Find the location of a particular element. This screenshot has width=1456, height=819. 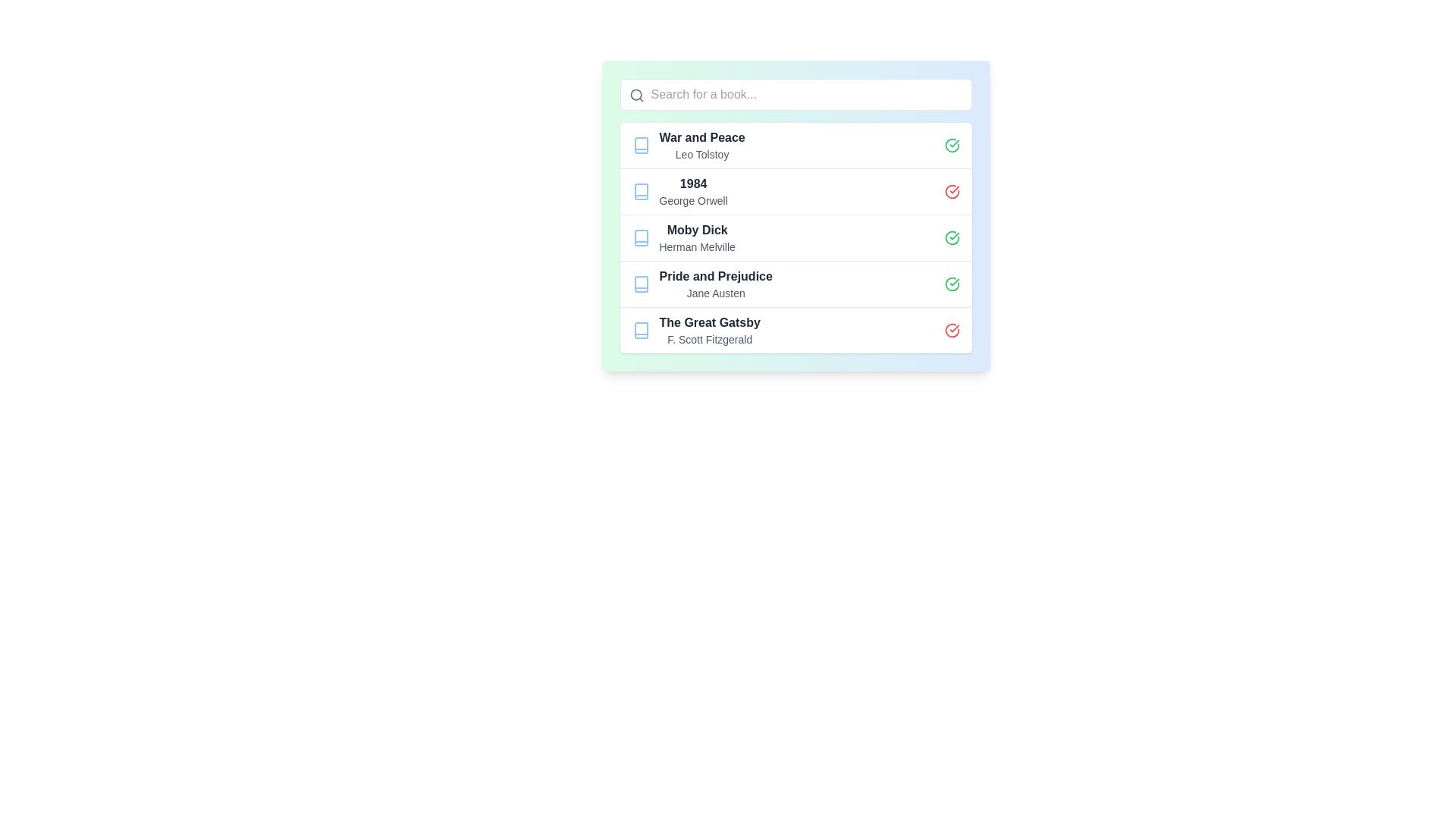

the circular checkmark icon with a green outline located in the rightmost position of the row for the book 'Moby Dick' is located at coordinates (951, 237).